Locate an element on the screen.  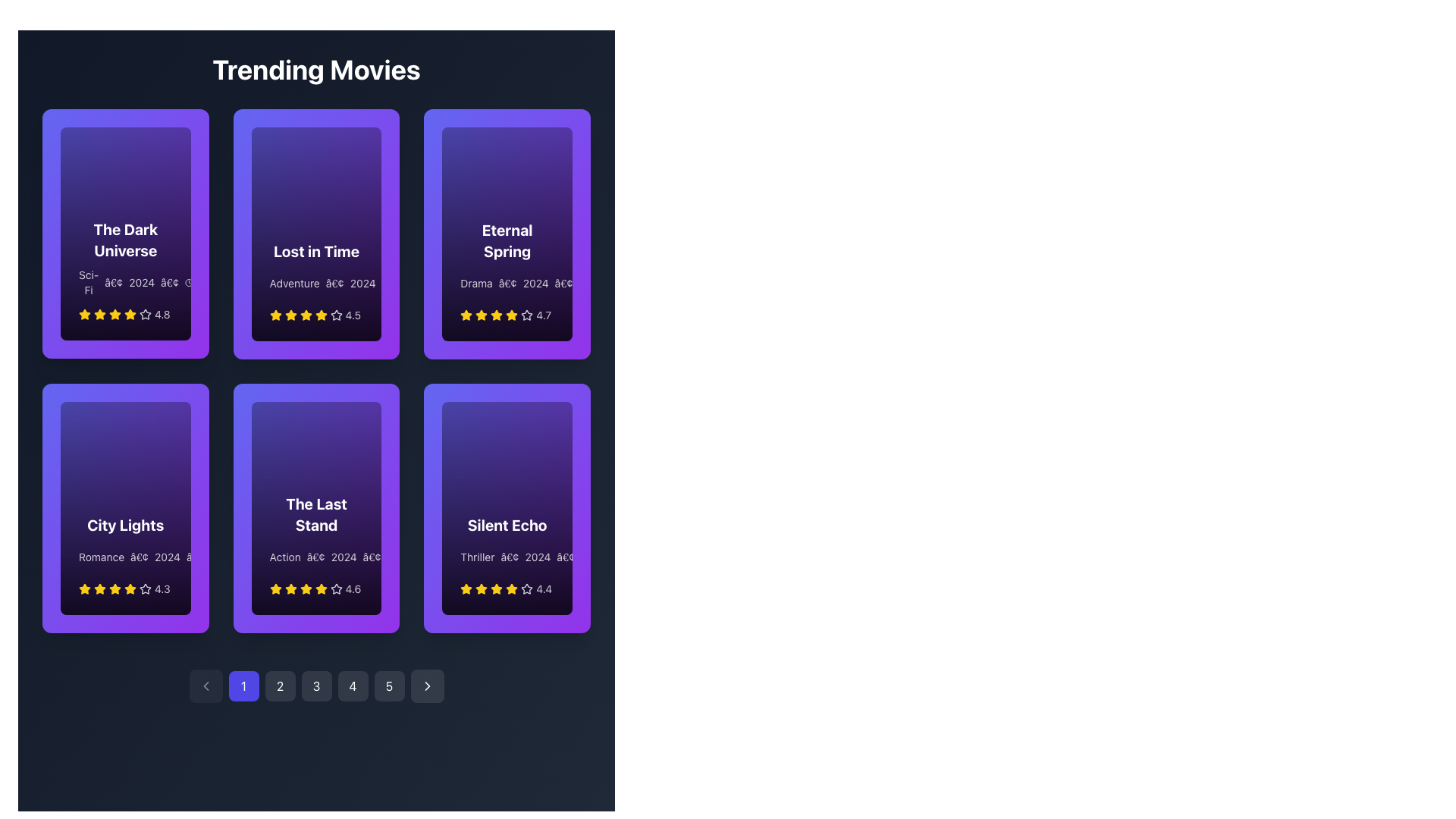
the decorative symbol (typographic separator) element, which is a bullet-like point ('•') located between '2024' and '2h 10m' in the movie card for 'Silent Echo' is located at coordinates (565, 557).